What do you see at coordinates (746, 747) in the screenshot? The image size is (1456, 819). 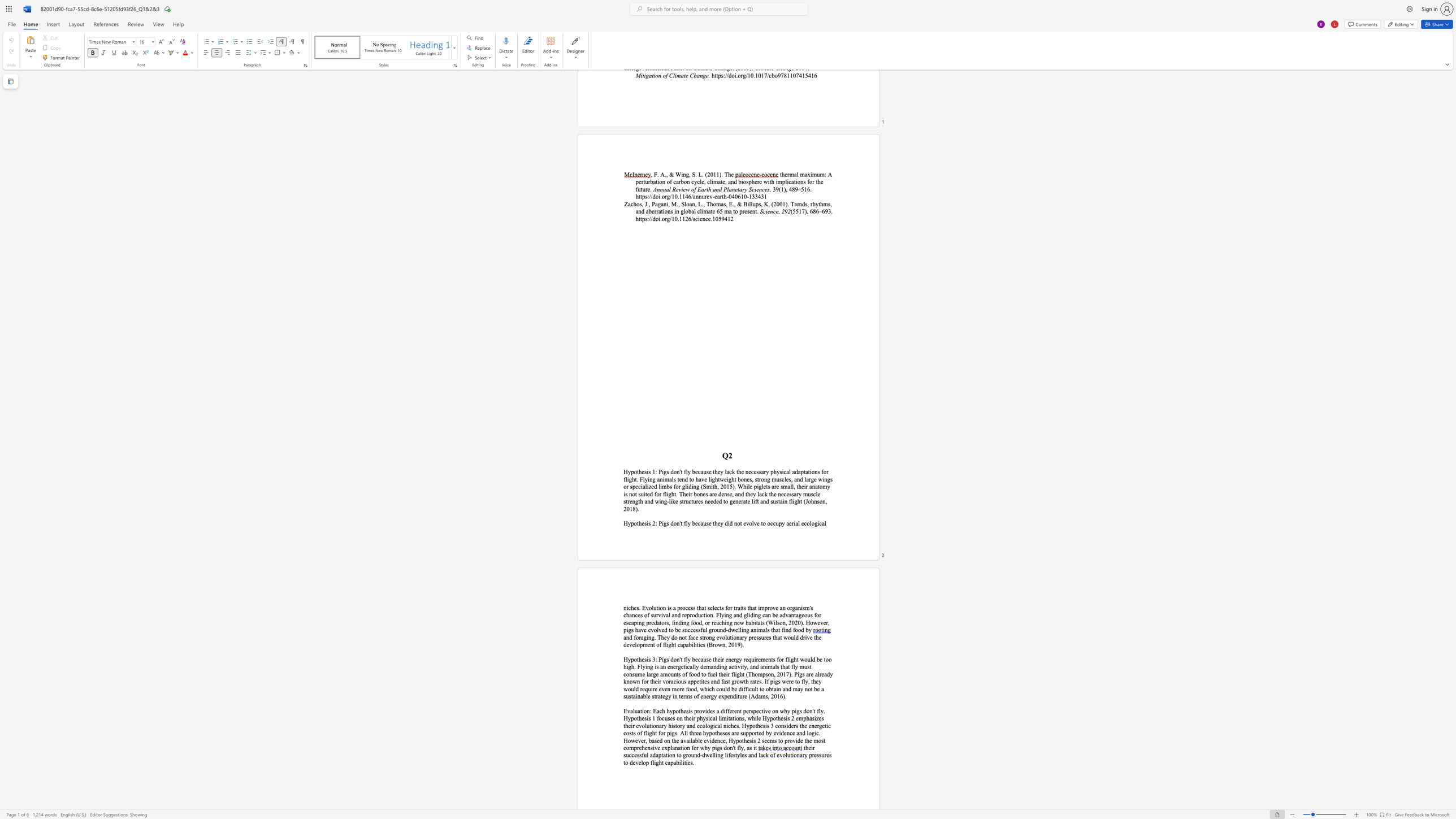 I see `the subset text "as" within the text "fly, as it"` at bounding box center [746, 747].